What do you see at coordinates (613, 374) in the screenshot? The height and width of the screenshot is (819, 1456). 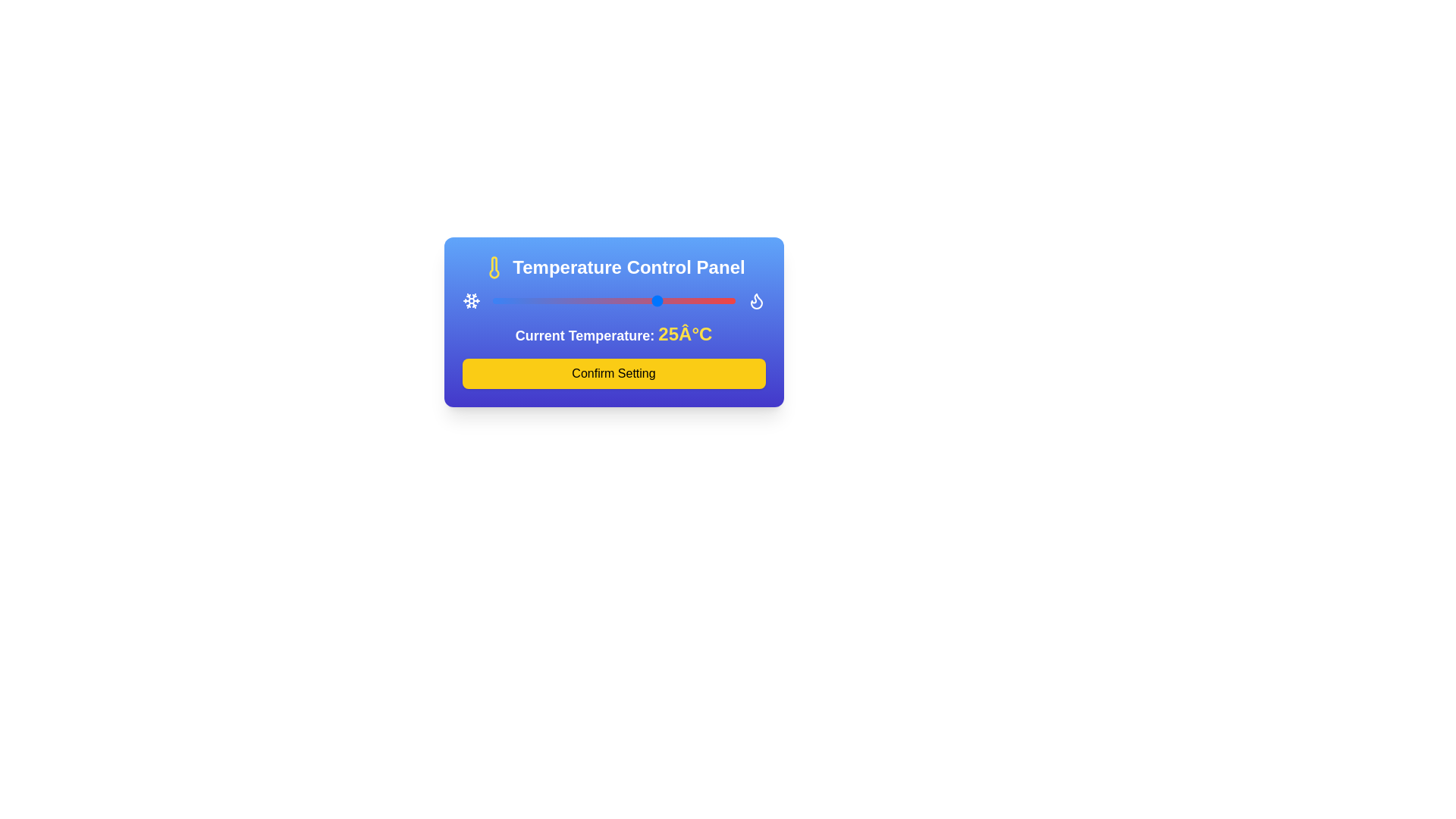 I see `'Confirm Setting' button to confirm the temperature setting` at bounding box center [613, 374].